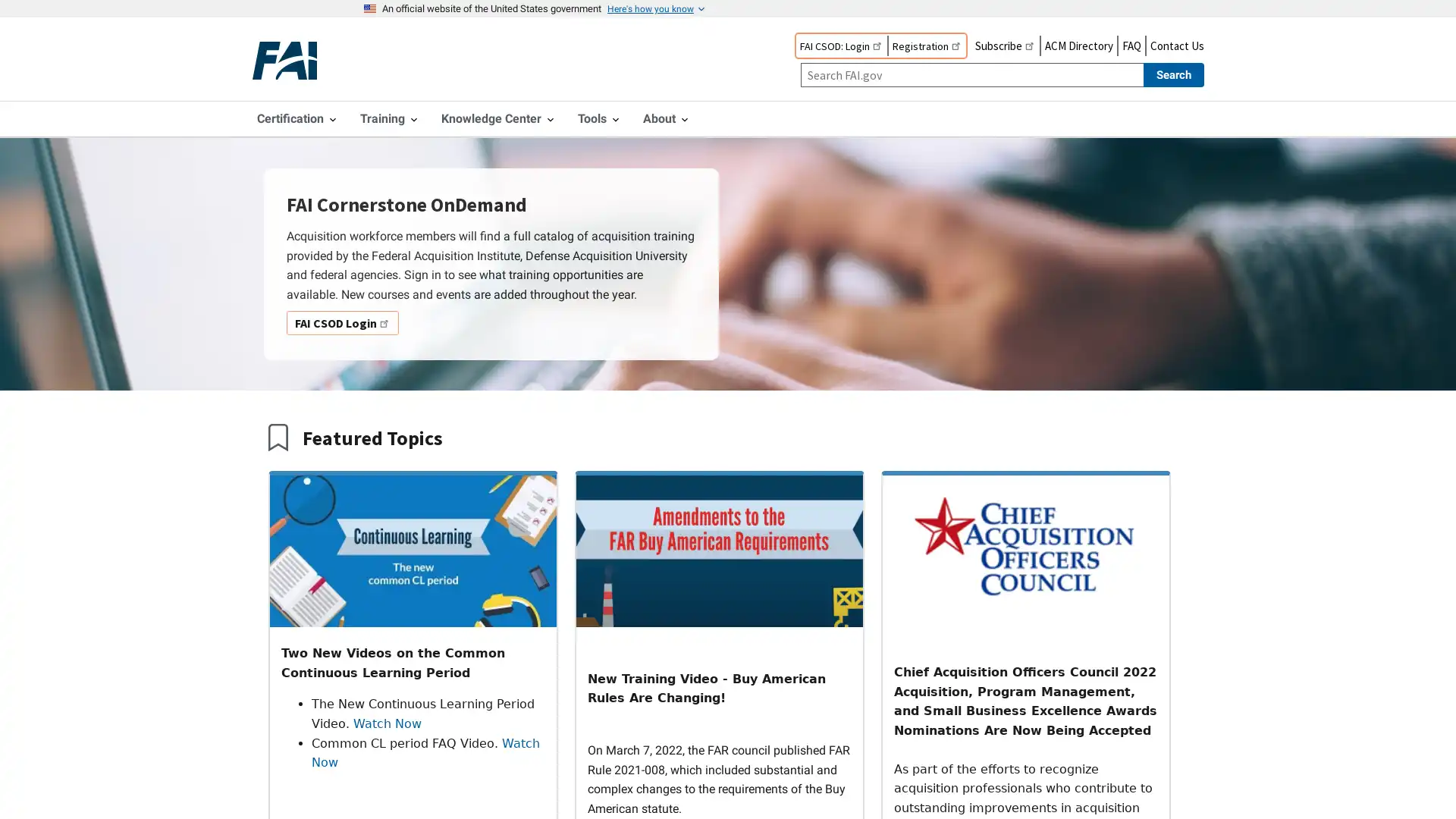  What do you see at coordinates (295, 118) in the screenshot?
I see `Certification` at bounding box center [295, 118].